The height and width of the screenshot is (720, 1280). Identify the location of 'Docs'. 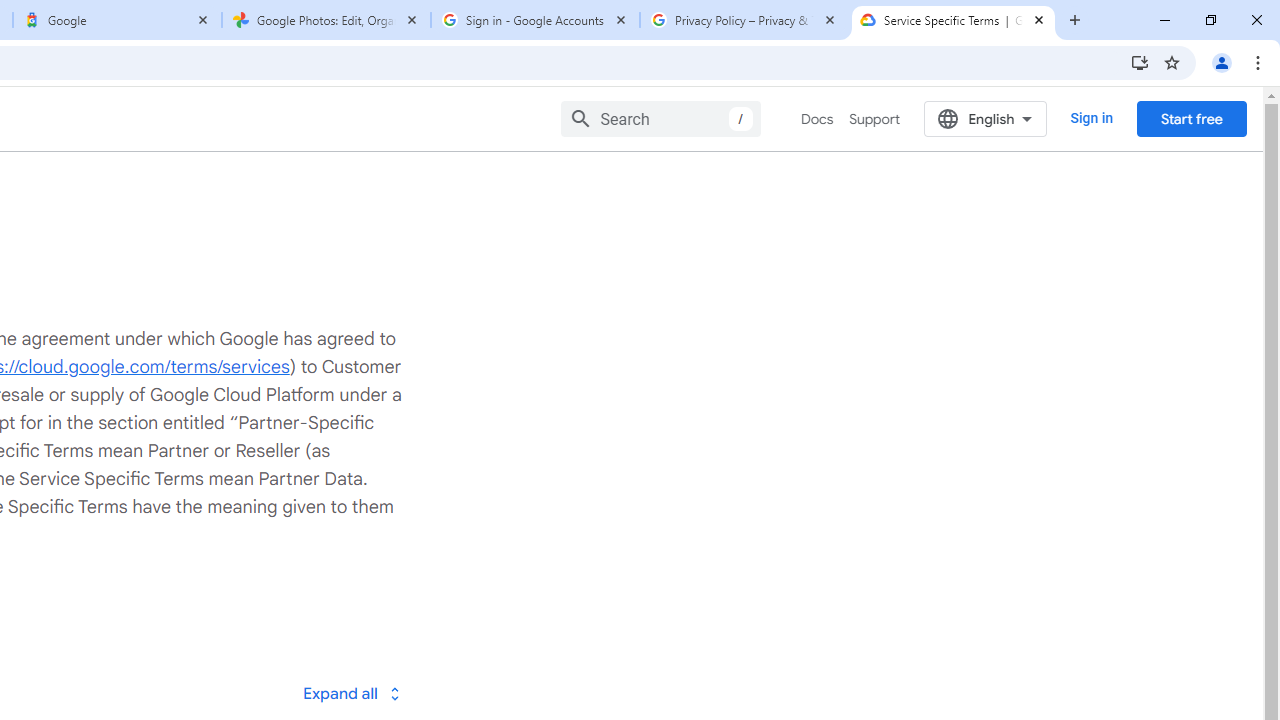
(817, 119).